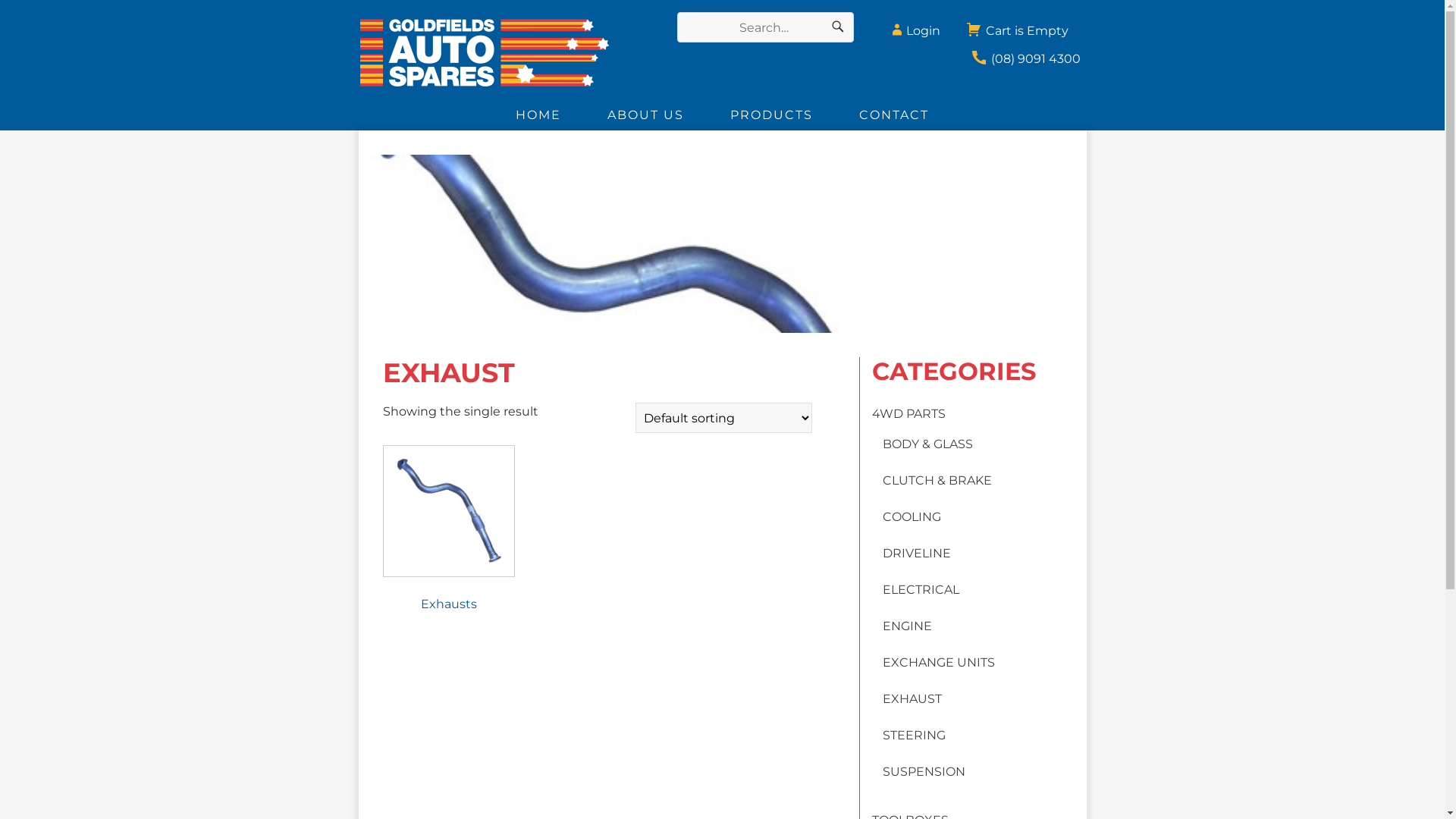  I want to click on 'COOLING', so click(882, 516).